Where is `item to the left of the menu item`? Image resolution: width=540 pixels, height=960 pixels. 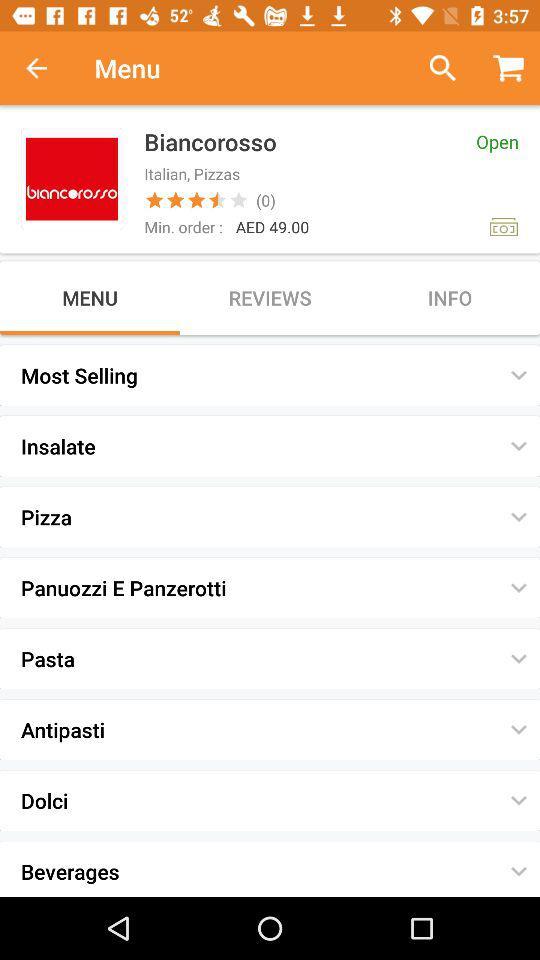
item to the left of the menu item is located at coordinates (47, 68).